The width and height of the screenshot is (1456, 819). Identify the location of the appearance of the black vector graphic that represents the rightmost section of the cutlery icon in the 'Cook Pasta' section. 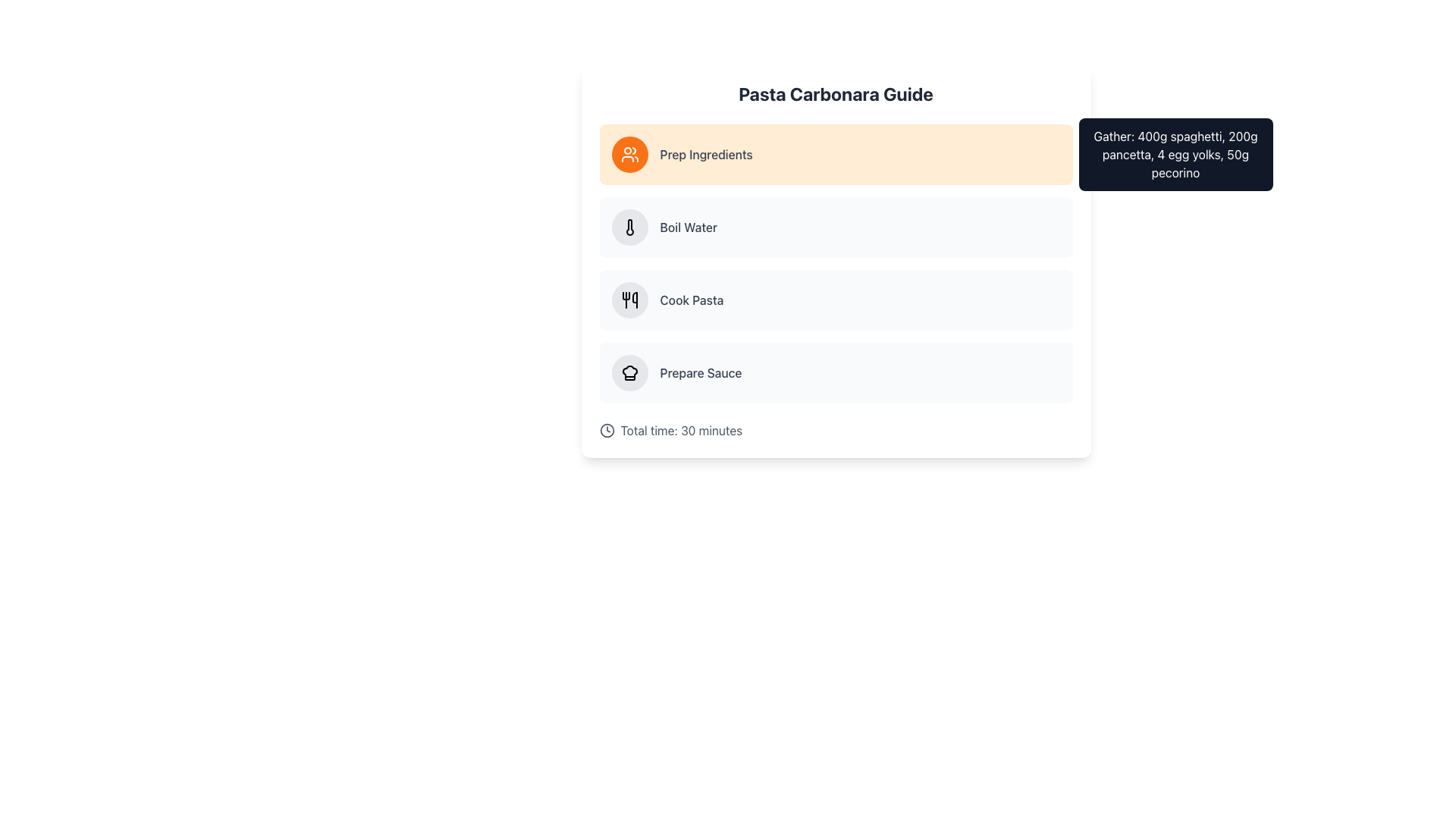
(634, 300).